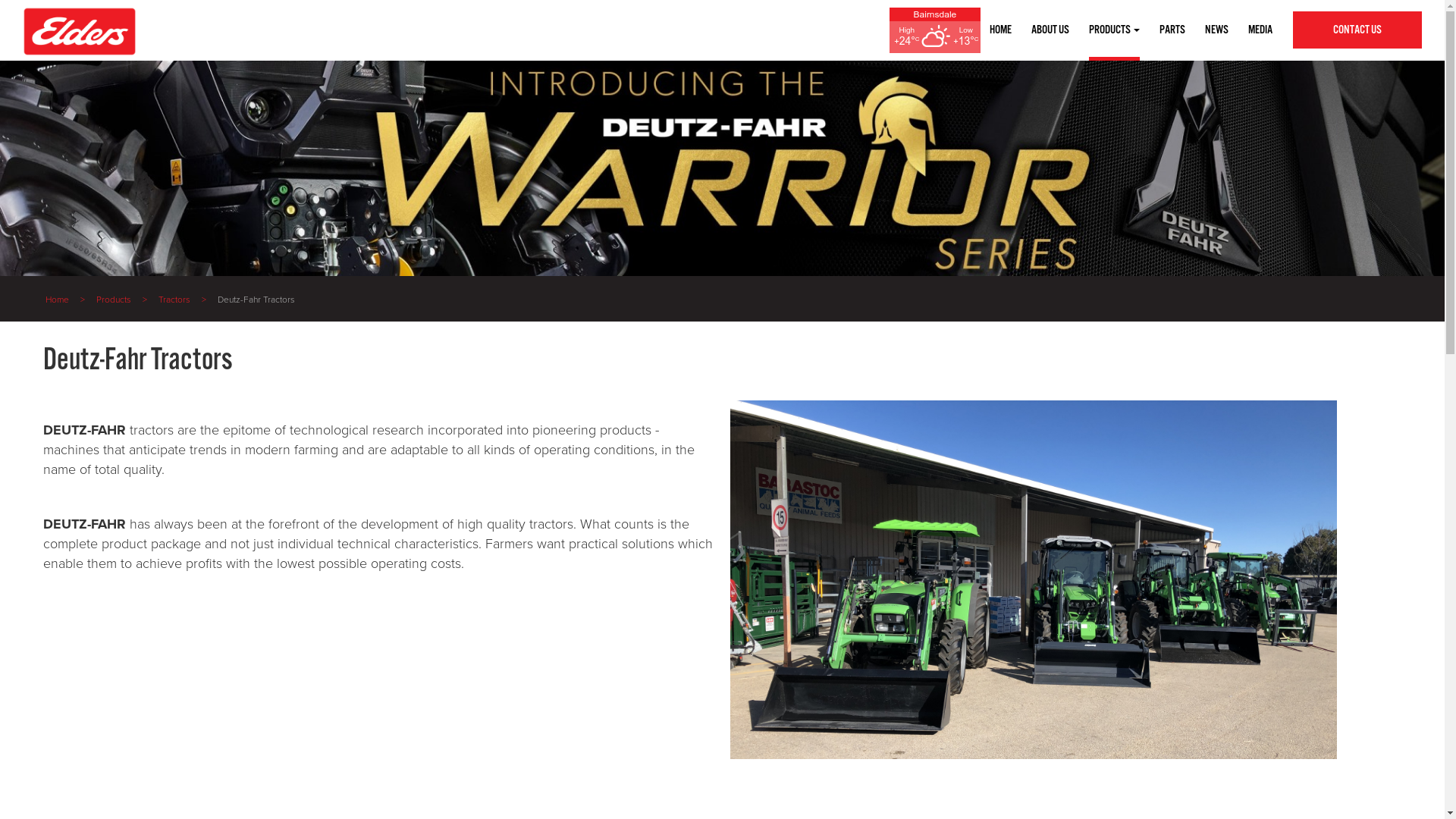  What do you see at coordinates (180, 299) in the screenshot?
I see `'Tractors'` at bounding box center [180, 299].